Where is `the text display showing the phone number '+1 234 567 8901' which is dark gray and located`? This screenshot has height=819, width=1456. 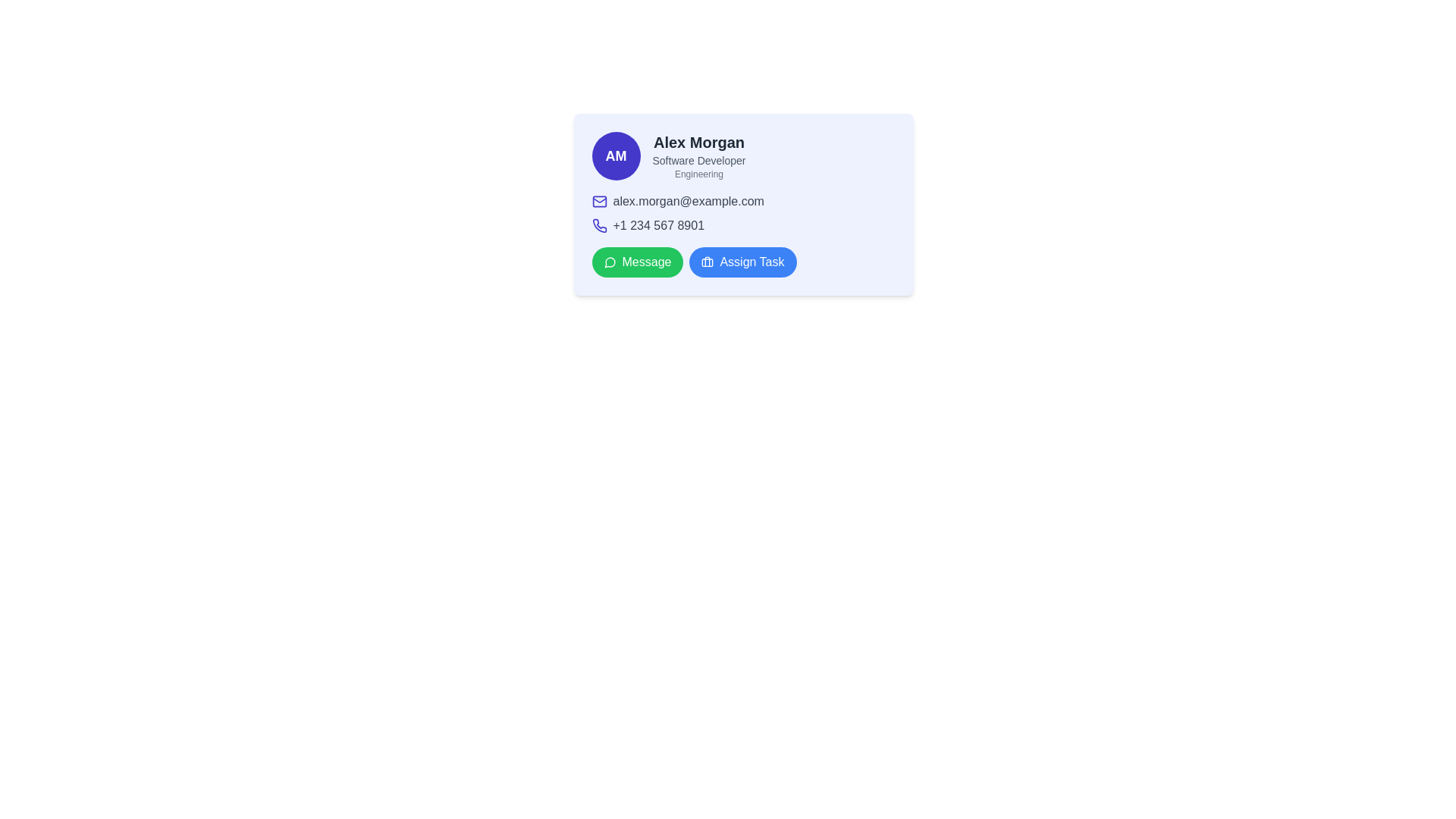 the text display showing the phone number '+1 234 567 8901' which is dark gray and located is located at coordinates (658, 225).